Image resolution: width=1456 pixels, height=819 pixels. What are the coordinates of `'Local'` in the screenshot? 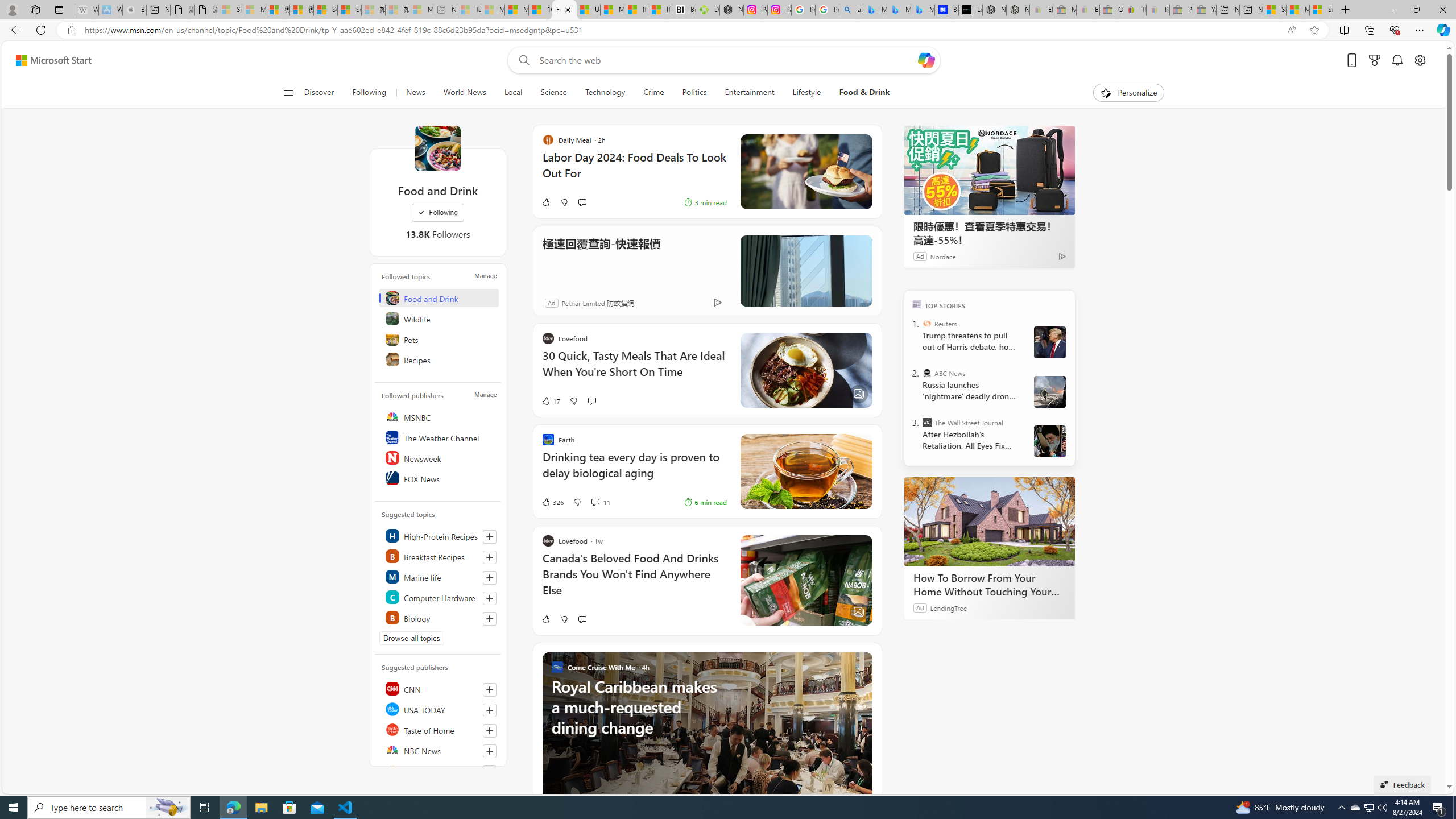 It's located at (512, 92).